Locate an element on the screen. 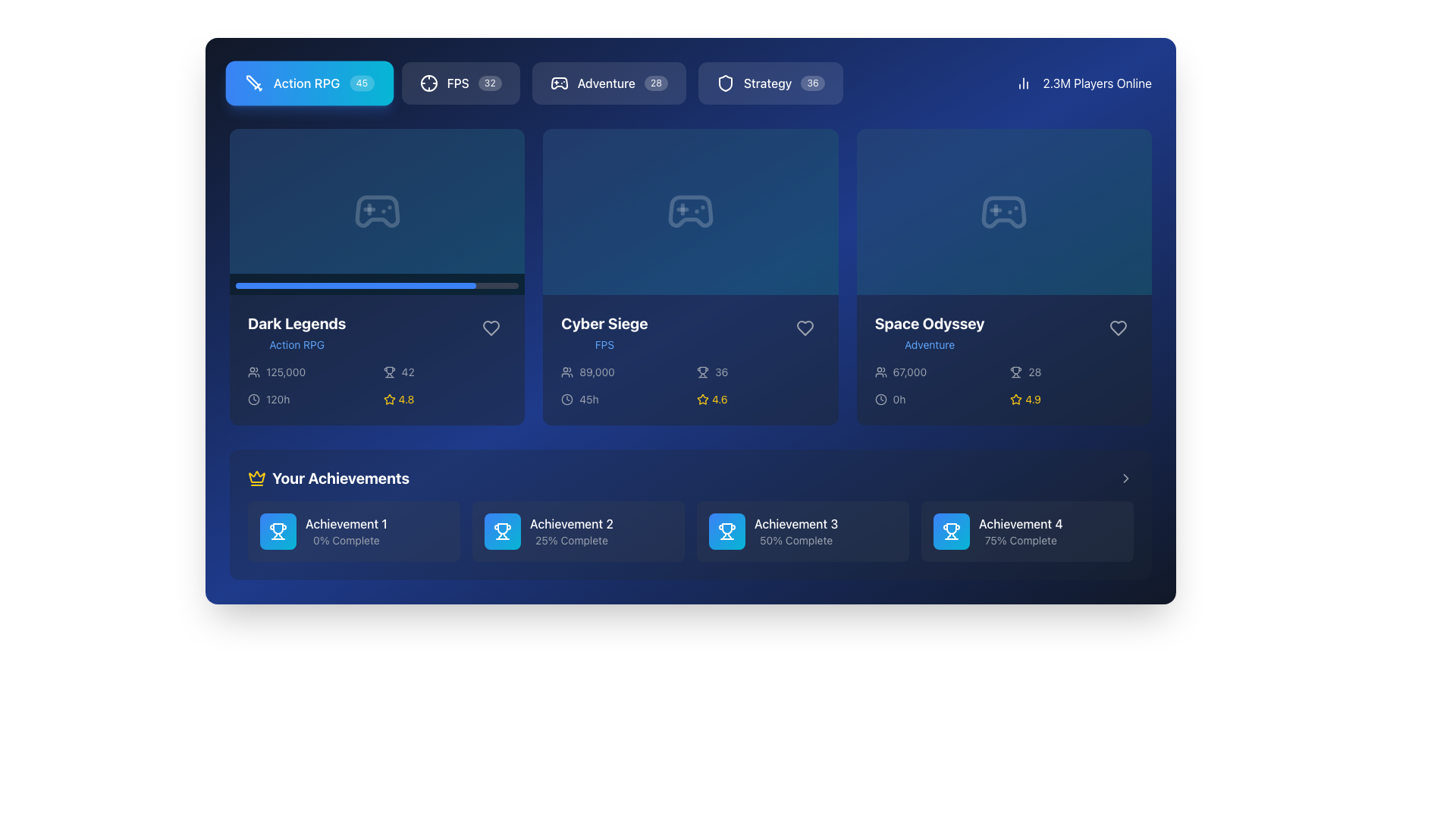 The height and width of the screenshot is (819, 1456). the rating information displayed by the yellow star icon and the numeric value '4.8', located at the bottom section of the first card from the left is located at coordinates (444, 398).